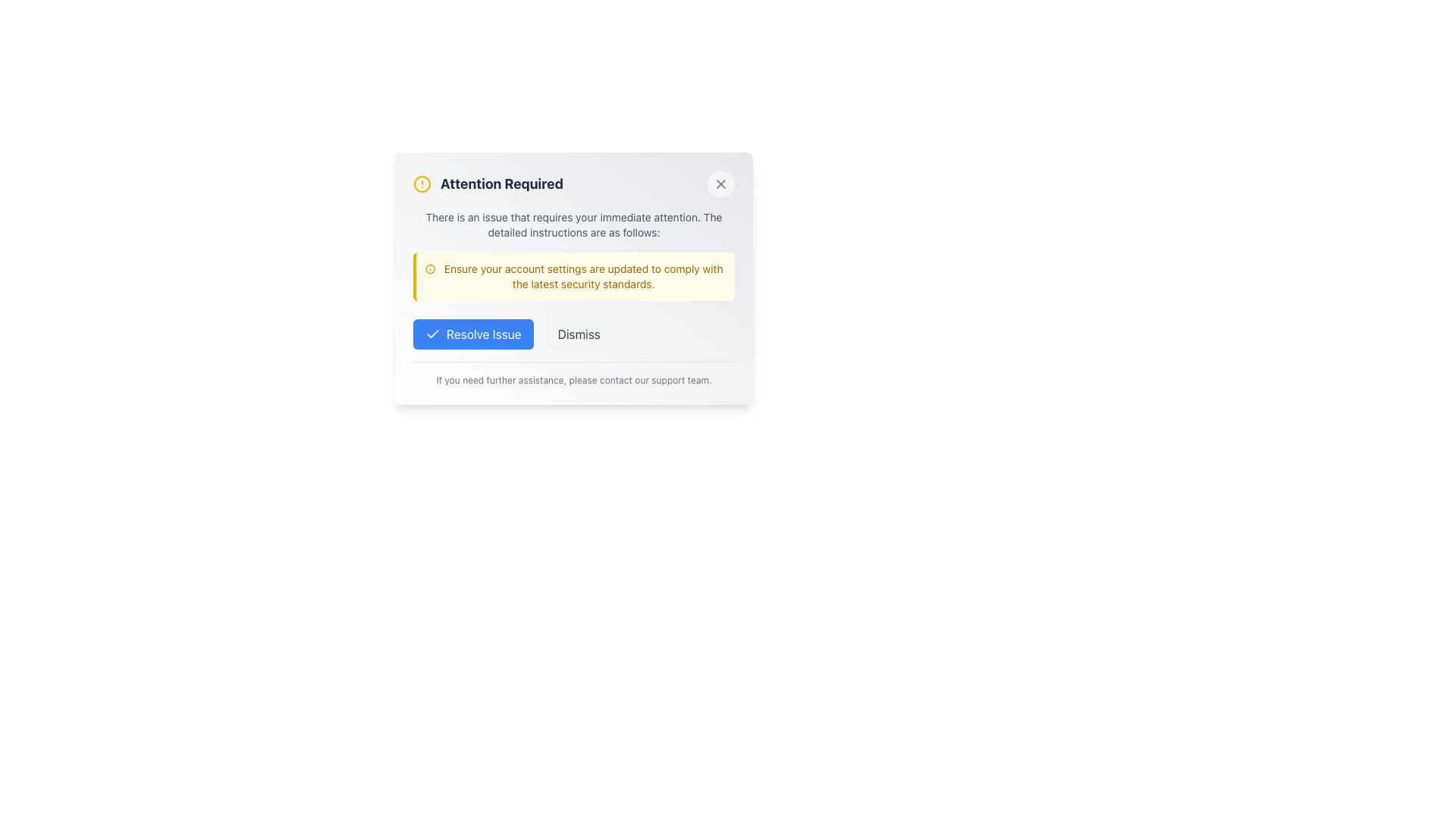  Describe the element at coordinates (574, 277) in the screenshot. I see `the yellow-highlighted informational text block that contains the message 'Ensure your account settings are updated to comply with the latest security standards.'` at that location.